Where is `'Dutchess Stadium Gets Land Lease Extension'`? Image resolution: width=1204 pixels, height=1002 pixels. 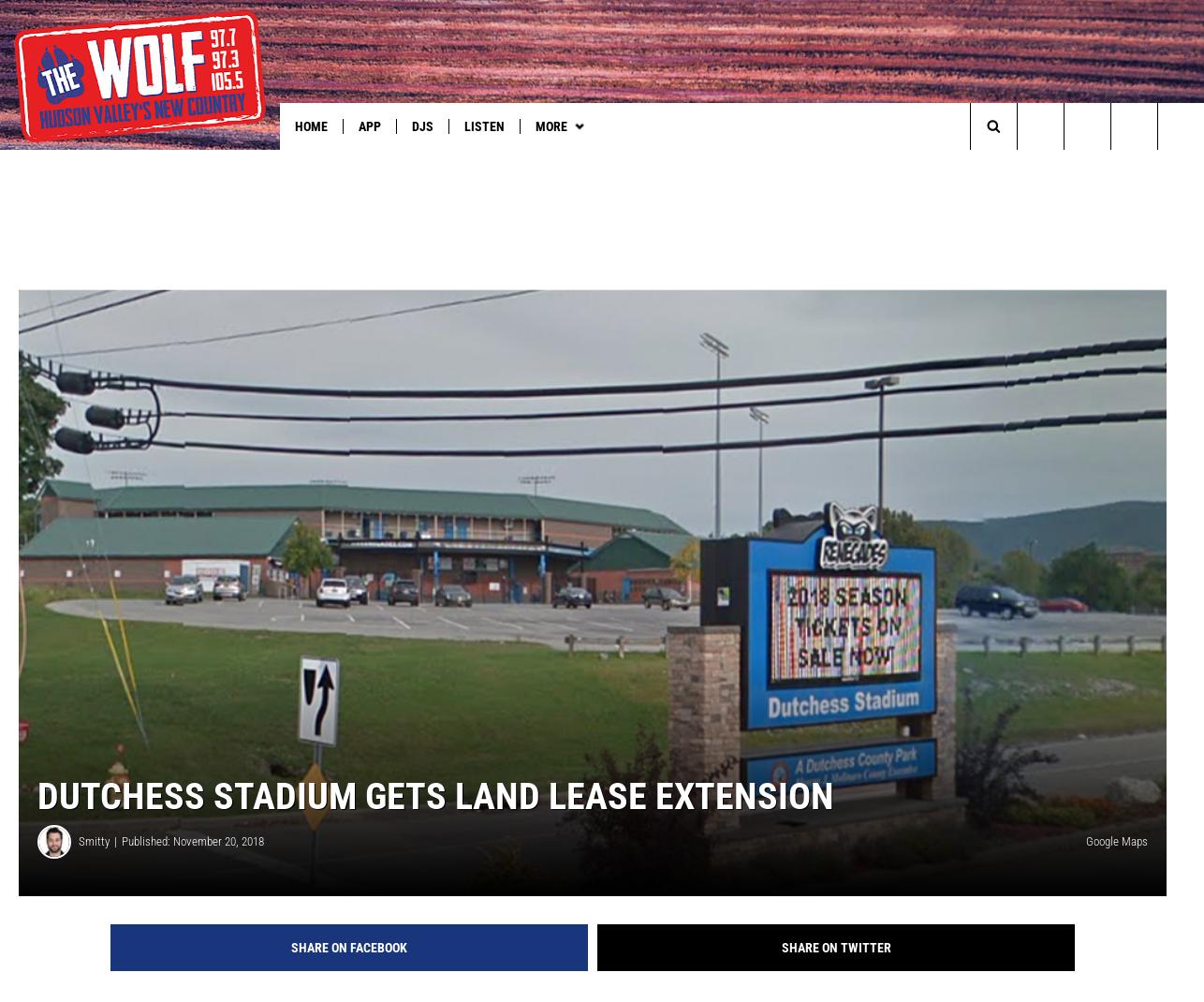 'Dutchess Stadium Gets Land Lease Extension' is located at coordinates (434, 826).